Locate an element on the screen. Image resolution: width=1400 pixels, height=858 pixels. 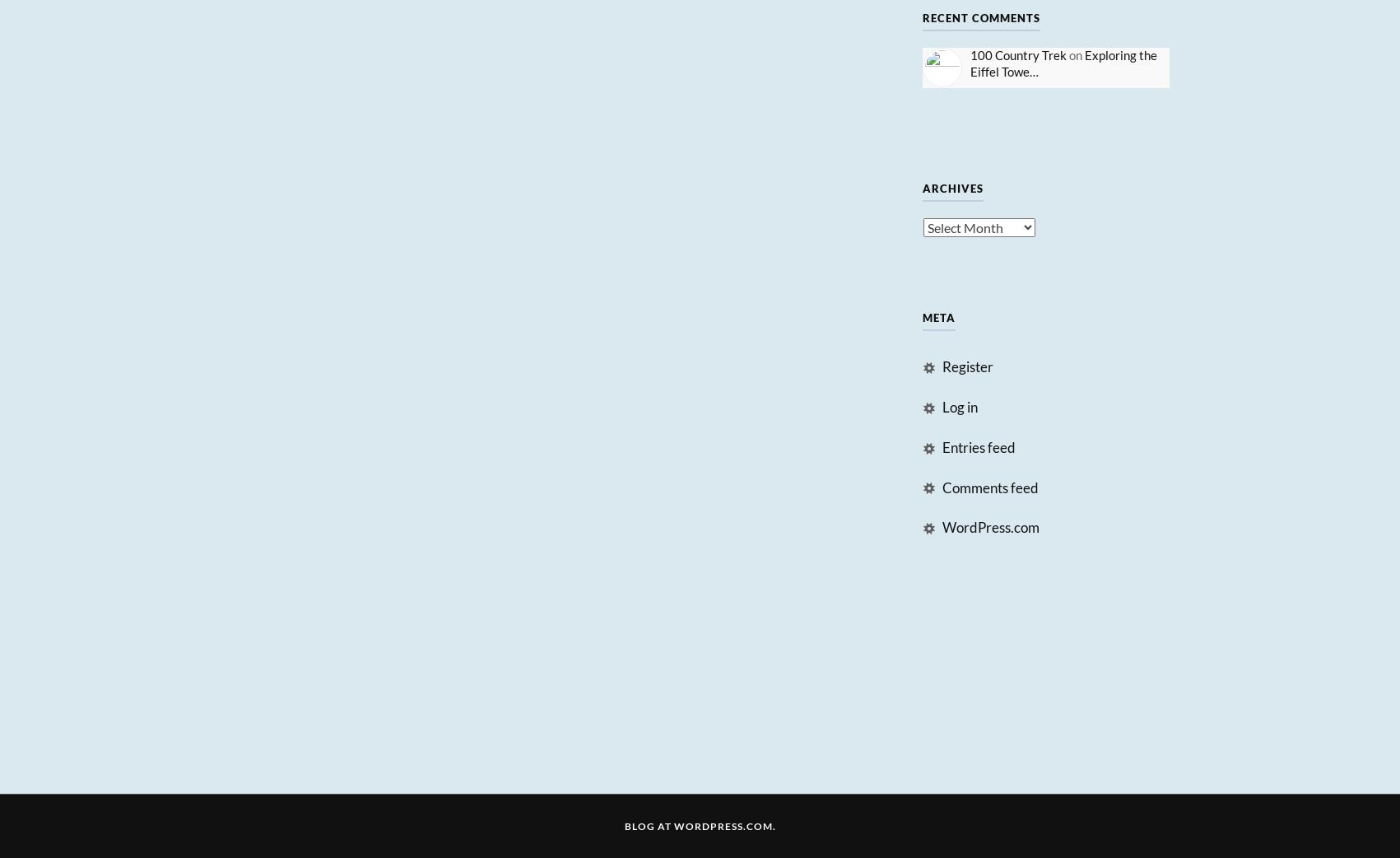
'Comments feed' is located at coordinates (940, 486).